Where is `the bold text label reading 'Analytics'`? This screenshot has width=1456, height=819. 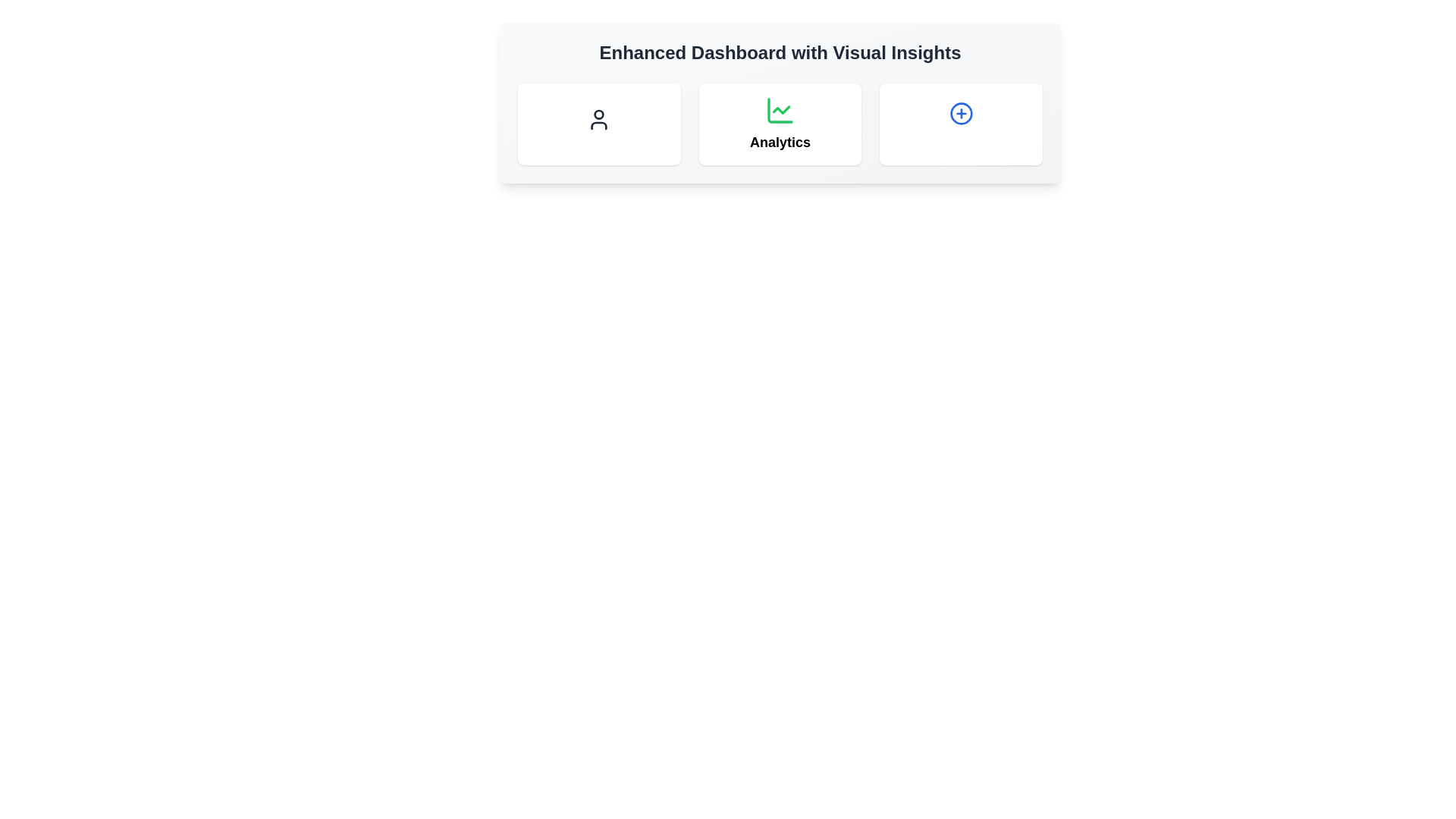
the bold text label reading 'Analytics' is located at coordinates (780, 143).